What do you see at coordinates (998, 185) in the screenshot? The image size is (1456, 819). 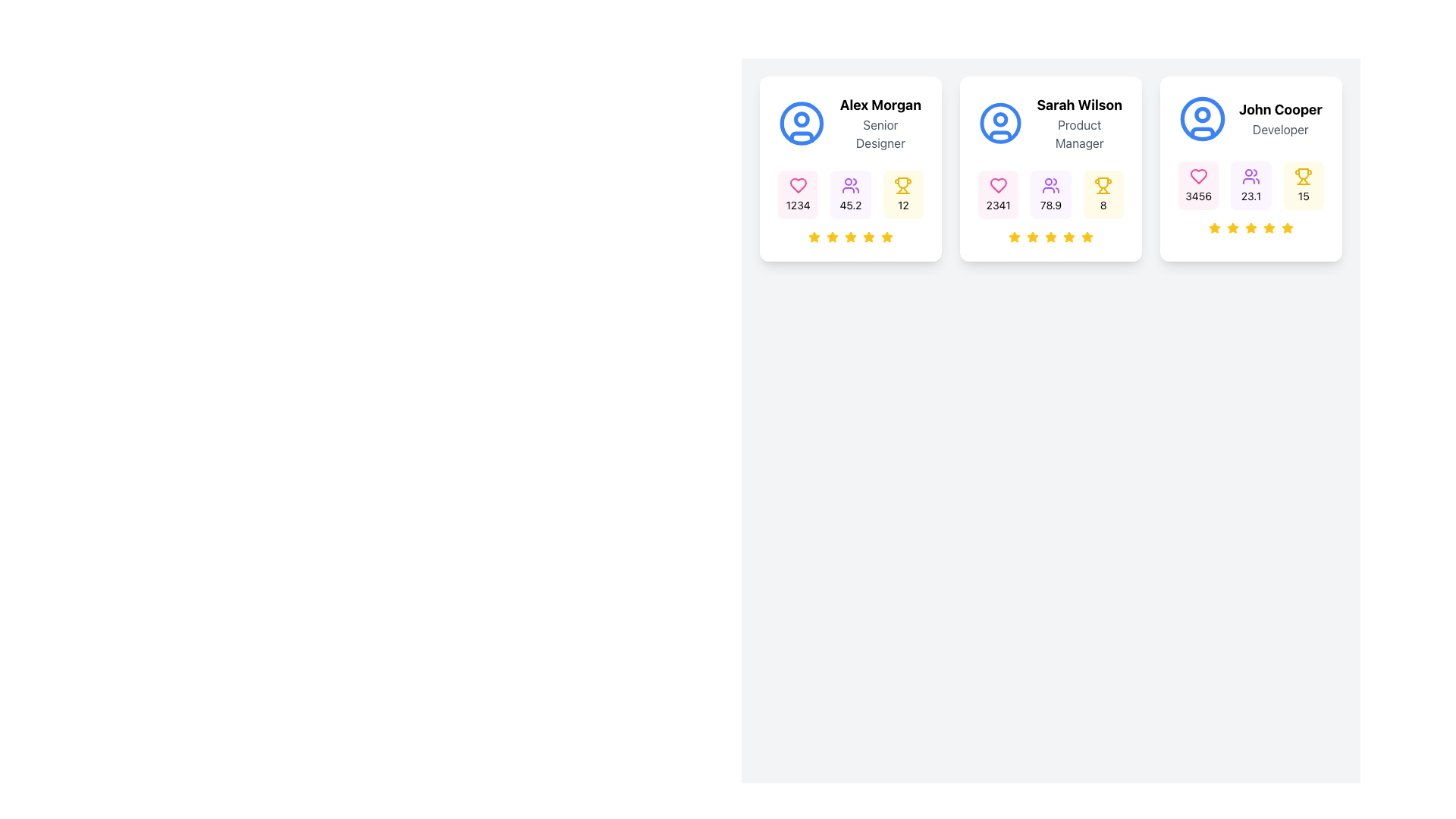 I see `the heart-shaped icon with a pink outline, representing likes or favorites, located beneath the profile of 'Sarah Wilson'` at bounding box center [998, 185].